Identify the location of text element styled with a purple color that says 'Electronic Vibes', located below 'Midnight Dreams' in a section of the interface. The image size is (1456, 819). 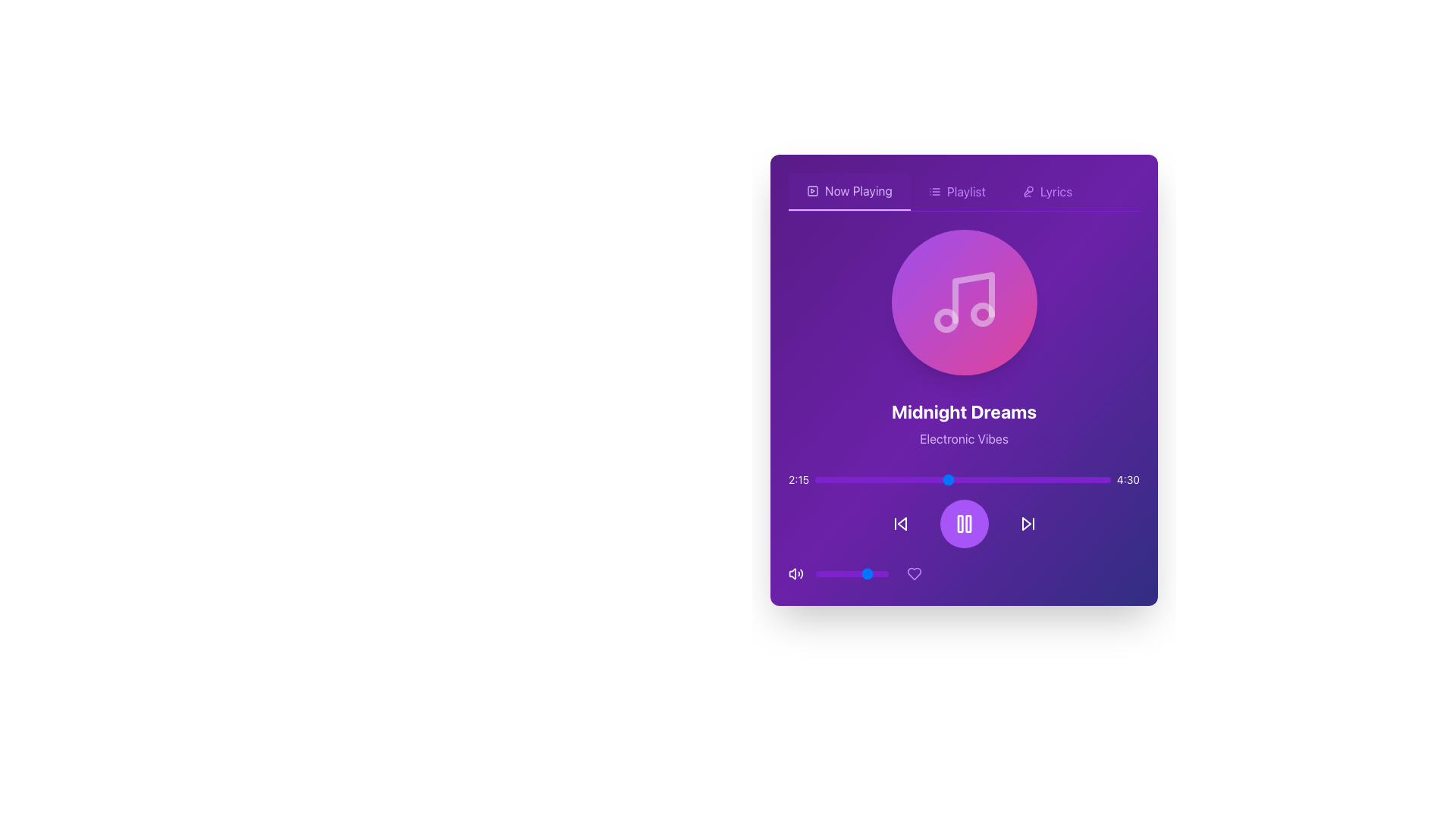
(963, 438).